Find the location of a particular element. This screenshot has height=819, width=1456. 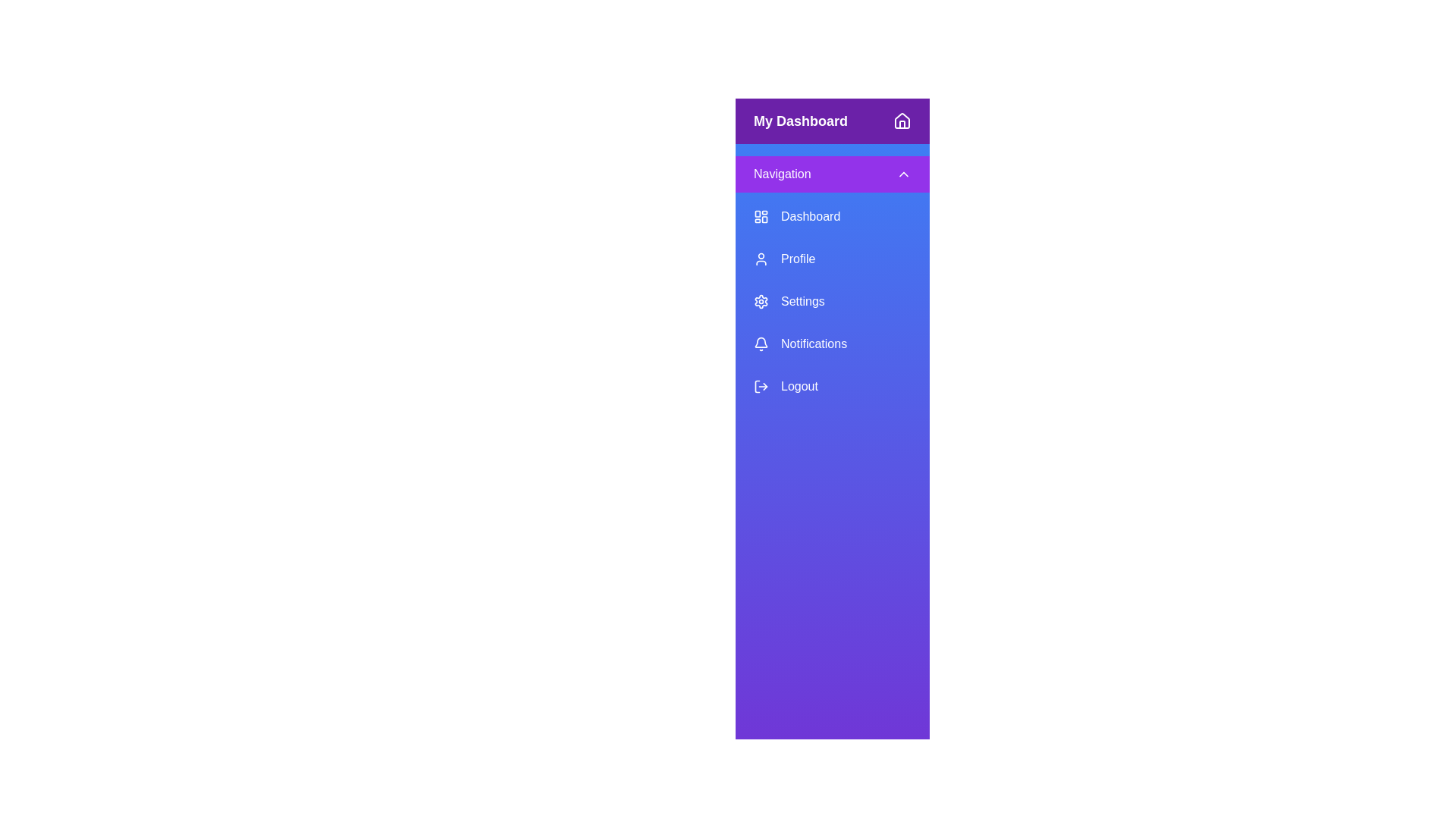

the 'Profile' button is located at coordinates (832, 259).